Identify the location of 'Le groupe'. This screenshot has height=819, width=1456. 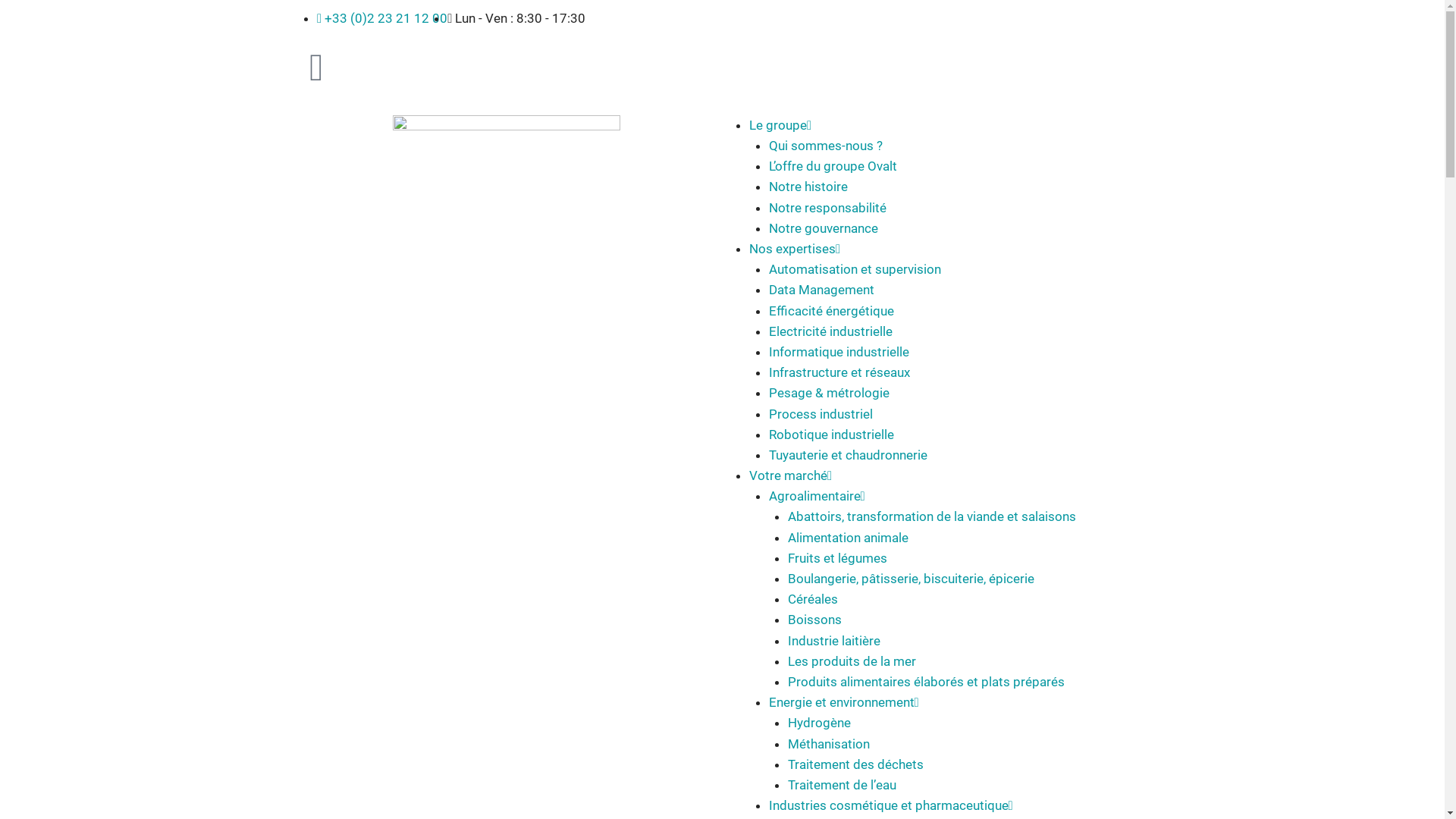
(778, 124).